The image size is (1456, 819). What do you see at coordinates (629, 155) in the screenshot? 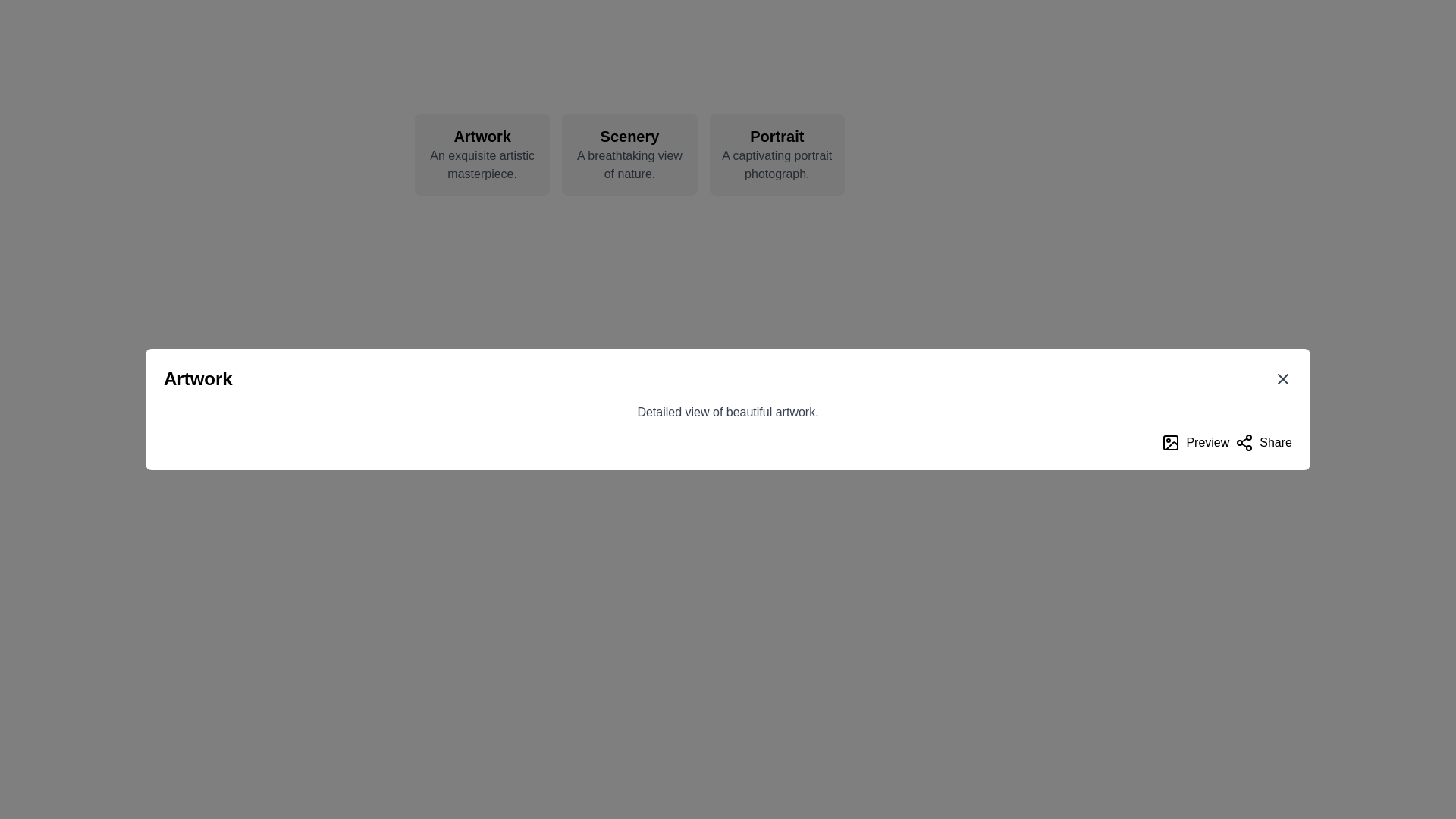
I see `the 'Scenery' informational card` at bounding box center [629, 155].